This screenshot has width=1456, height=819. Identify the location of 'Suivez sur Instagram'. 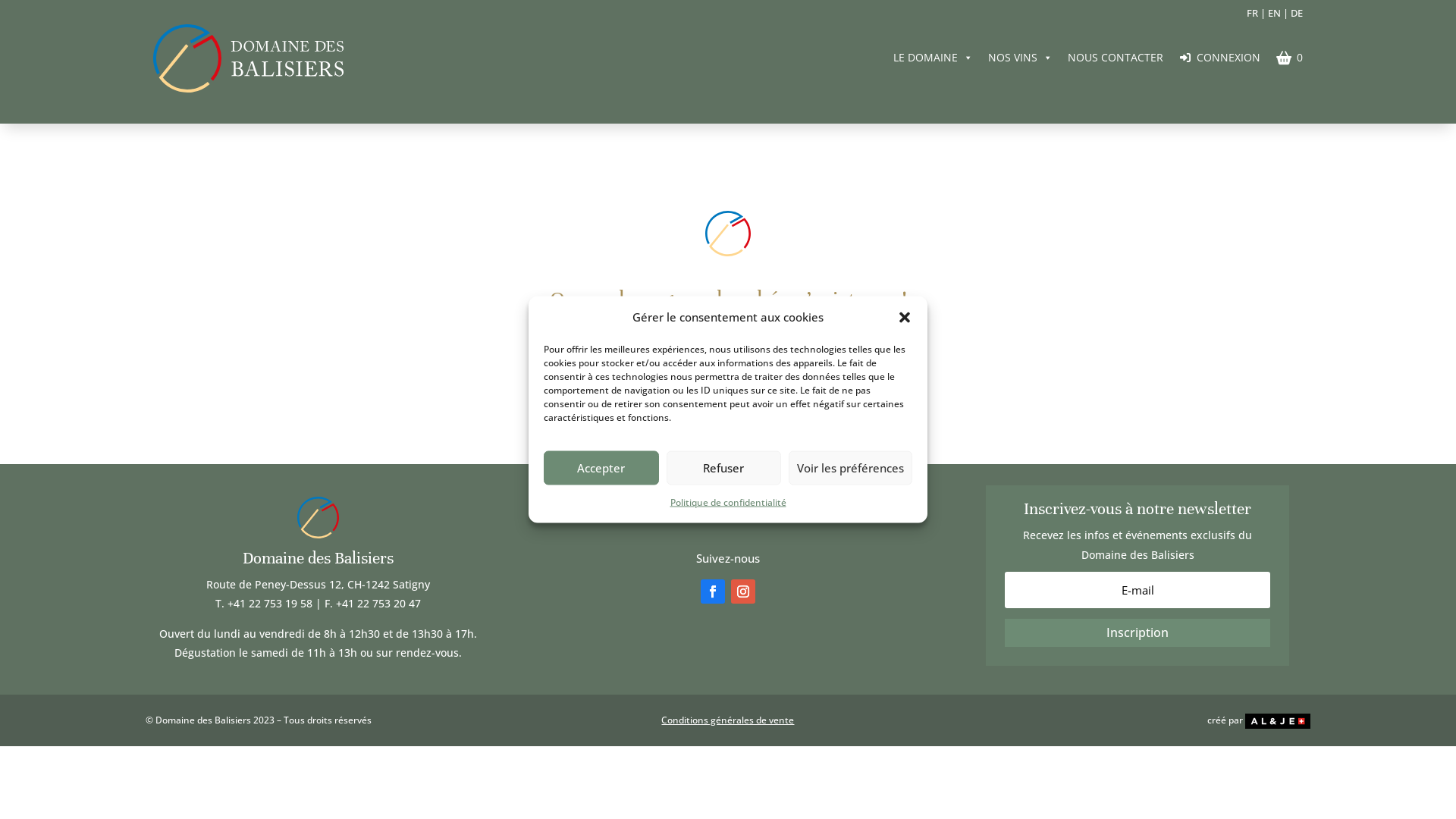
(742, 590).